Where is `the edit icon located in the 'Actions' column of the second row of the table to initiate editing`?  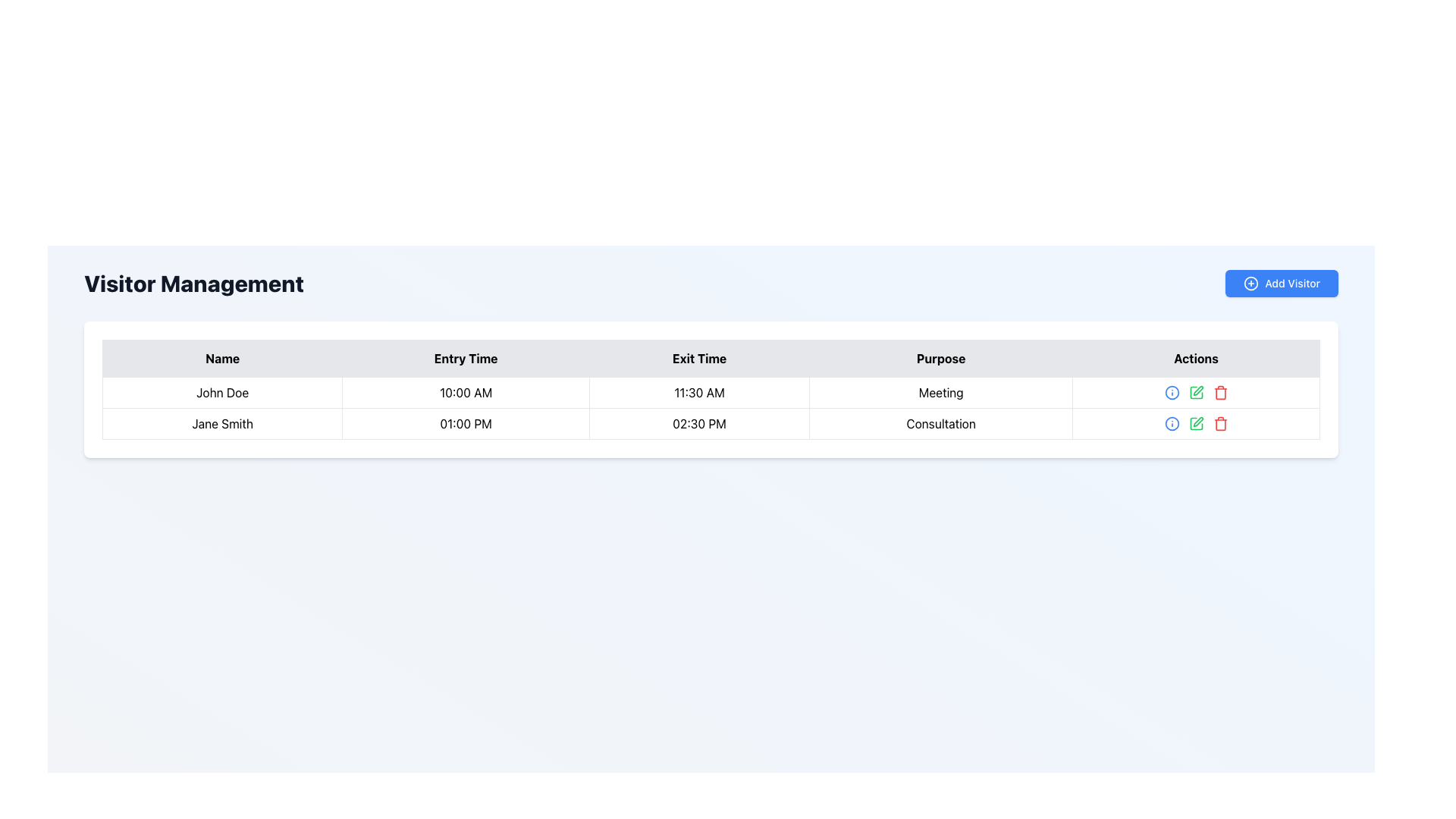 the edit icon located in the 'Actions' column of the second row of the table to initiate editing is located at coordinates (1197, 390).